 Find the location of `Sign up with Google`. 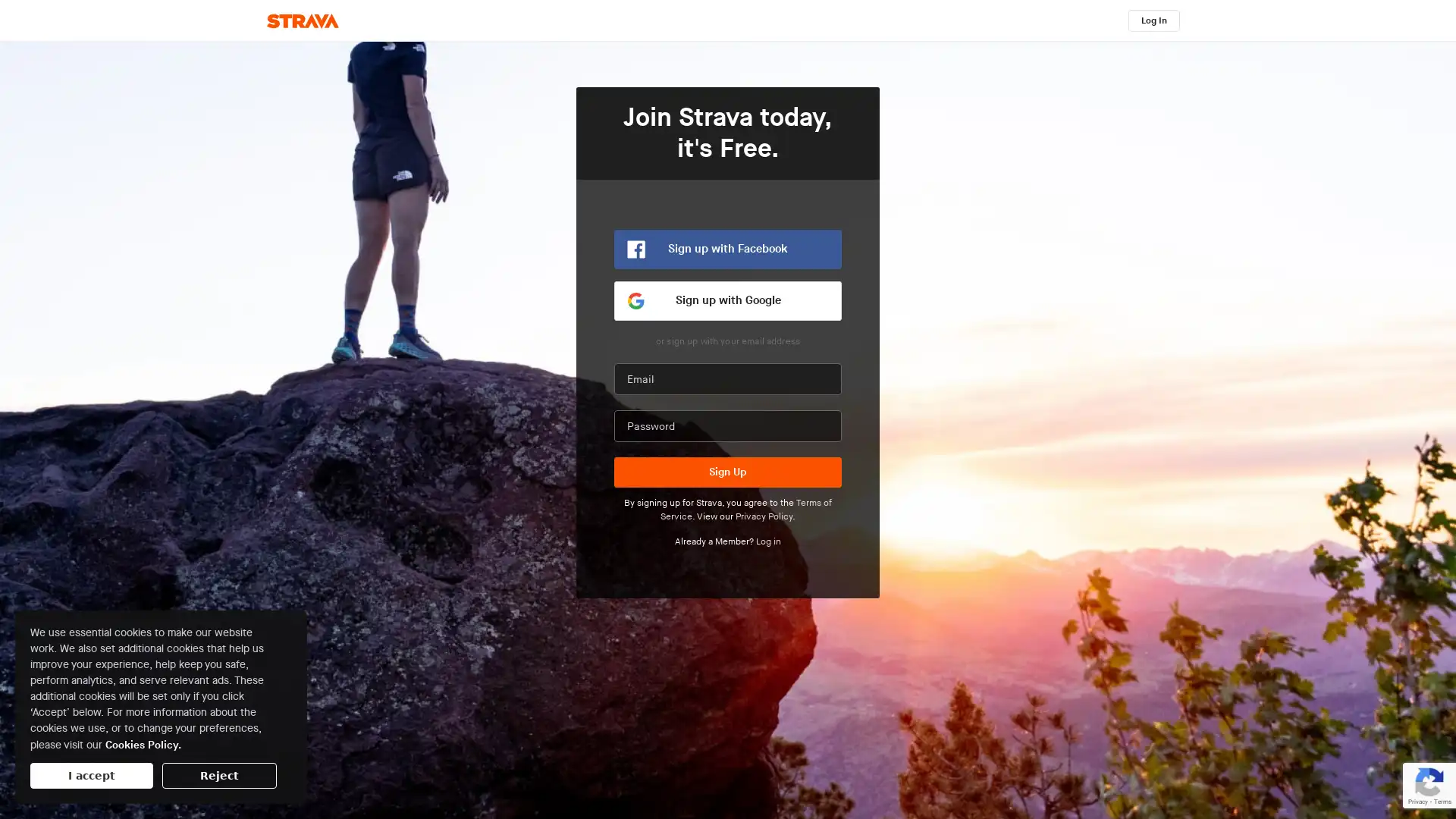

Sign up with Google is located at coordinates (728, 301).